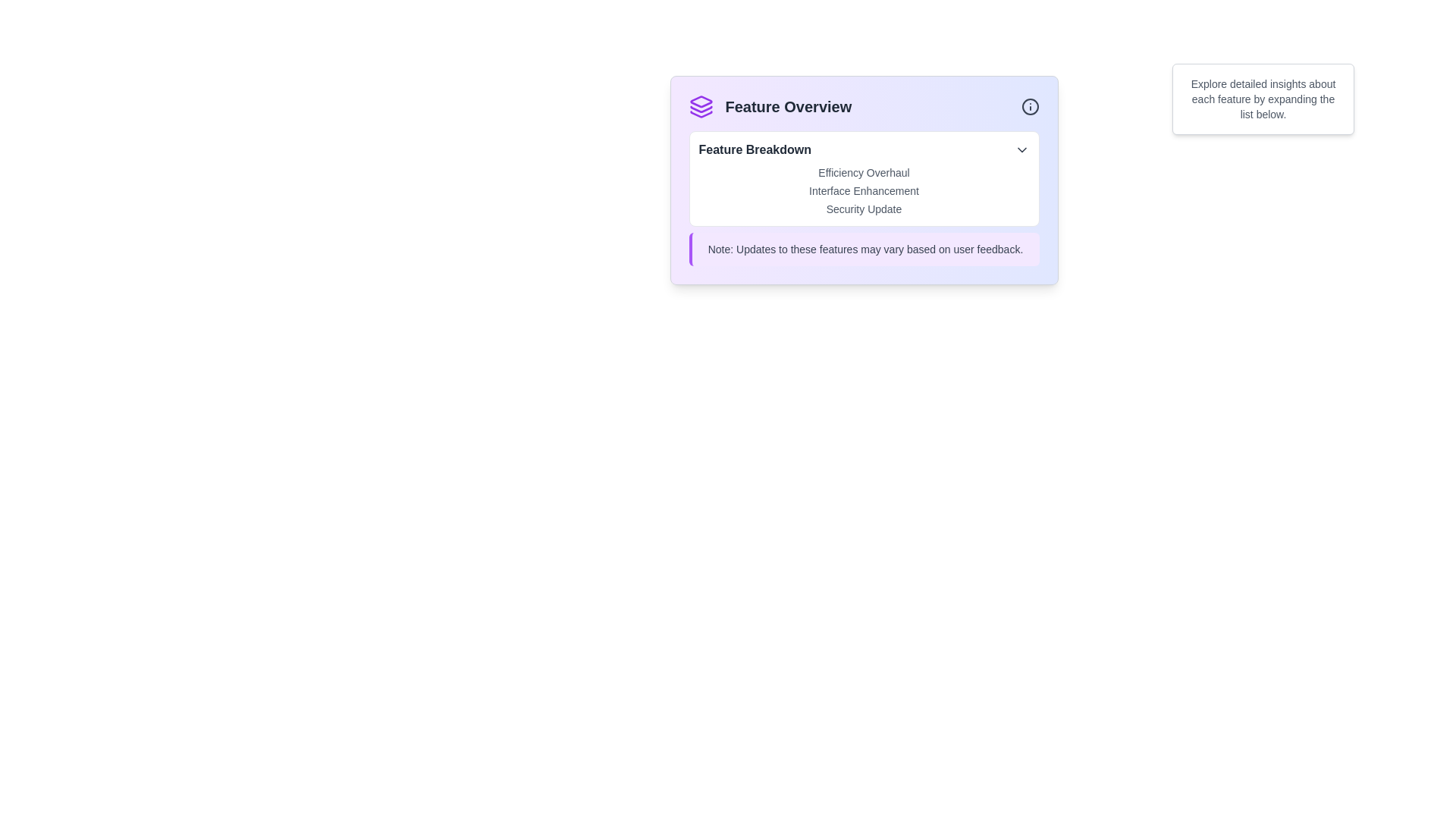  What do you see at coordinates (864, 190) in the screenshot?
I see `the Text display field for feature updates located under the 'Feature Breakdown' section` at bounding box center [864, 190].